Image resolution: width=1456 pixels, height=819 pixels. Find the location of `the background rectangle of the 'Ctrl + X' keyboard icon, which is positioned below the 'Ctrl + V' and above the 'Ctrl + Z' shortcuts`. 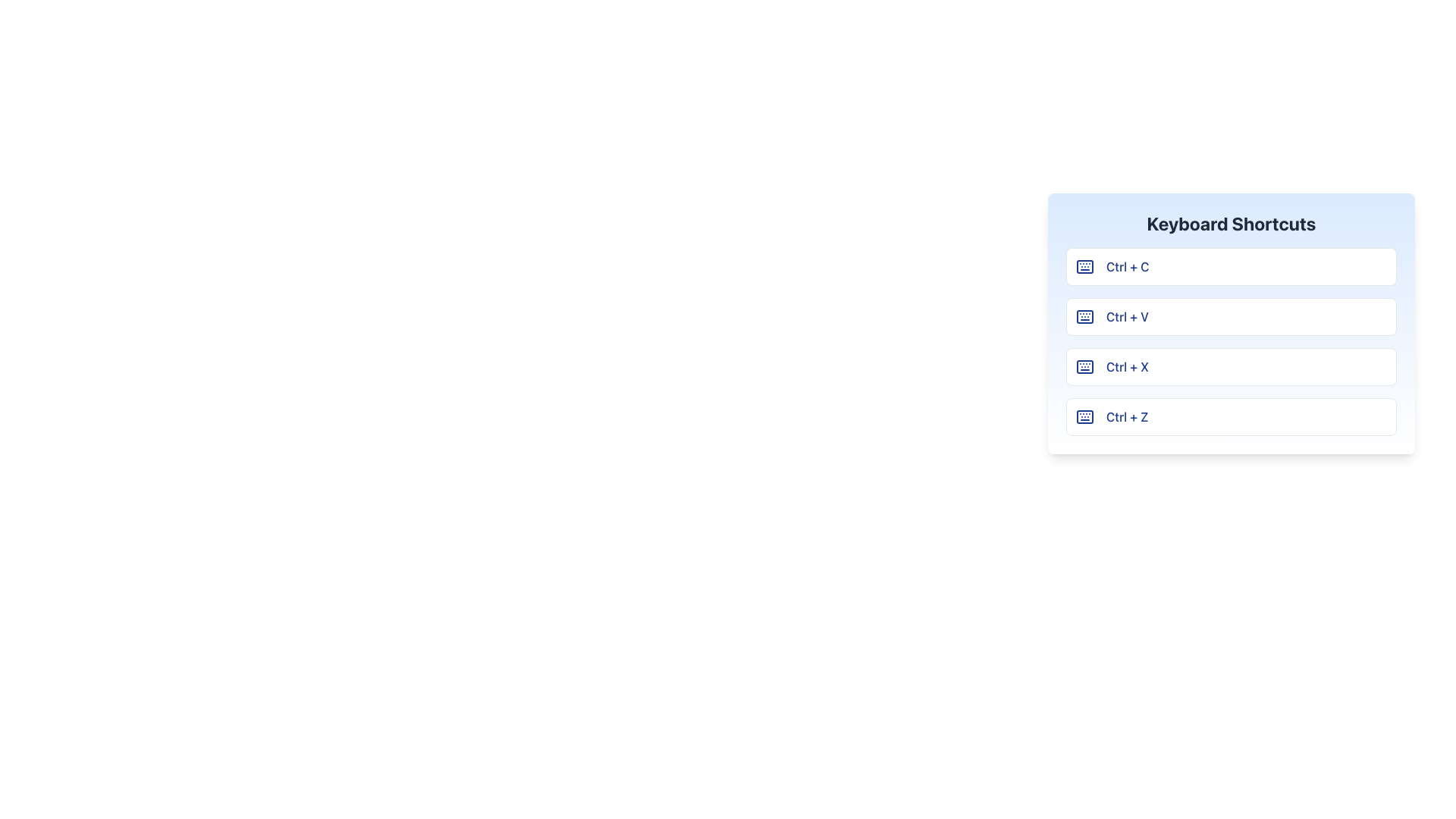

the background rectangle of the 'Ctrl + X' keyboard icon, which is positioned below the 'Ctrl + V' and above the 'Ctrl + Z' shortcuts is located at coordinates (1084, 366).